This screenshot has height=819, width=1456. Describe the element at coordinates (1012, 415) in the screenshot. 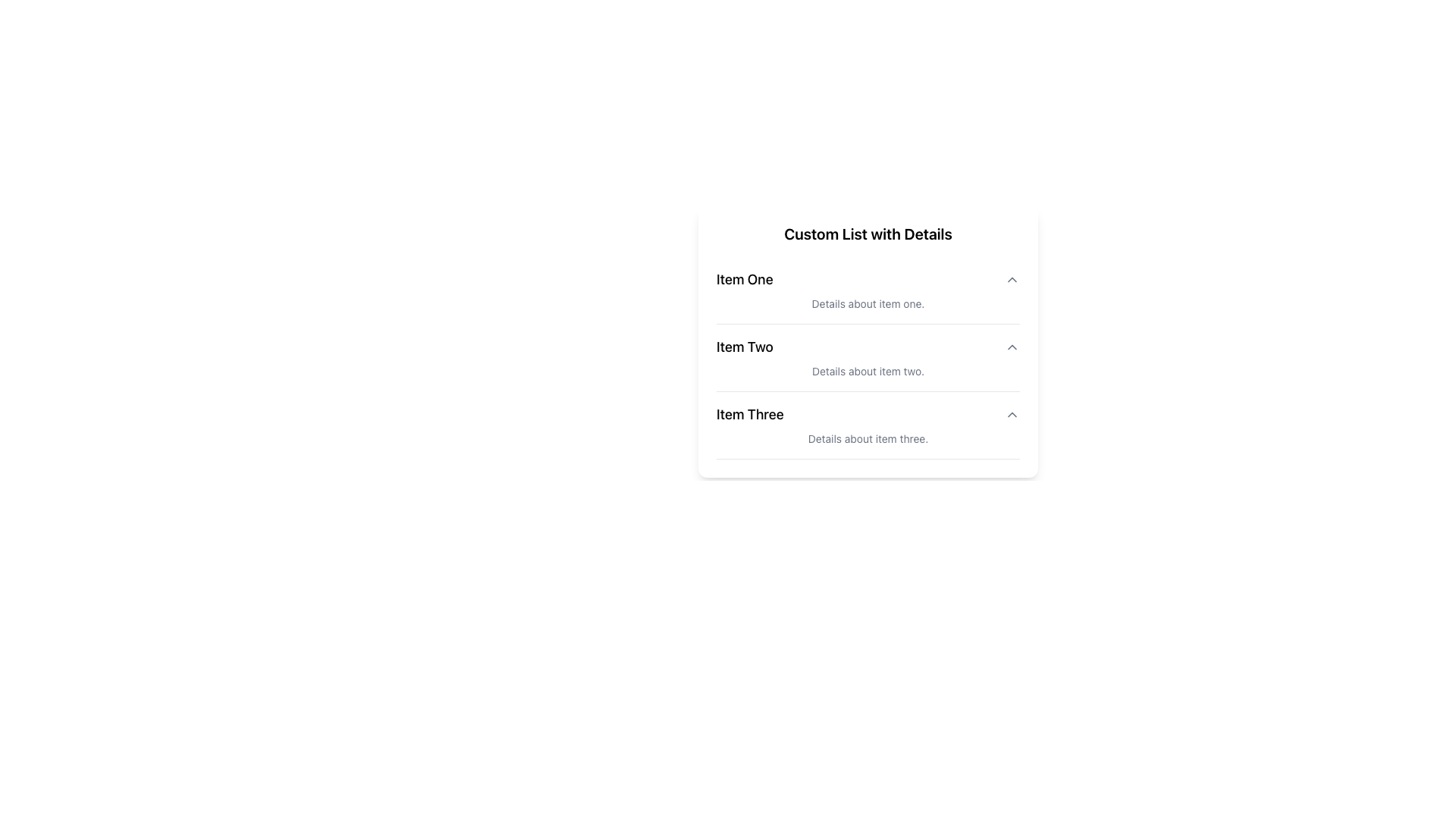

I see `the chevron icon on the right side of 'Item Three' in the third row of the 'Custom List with Details'` at that location.